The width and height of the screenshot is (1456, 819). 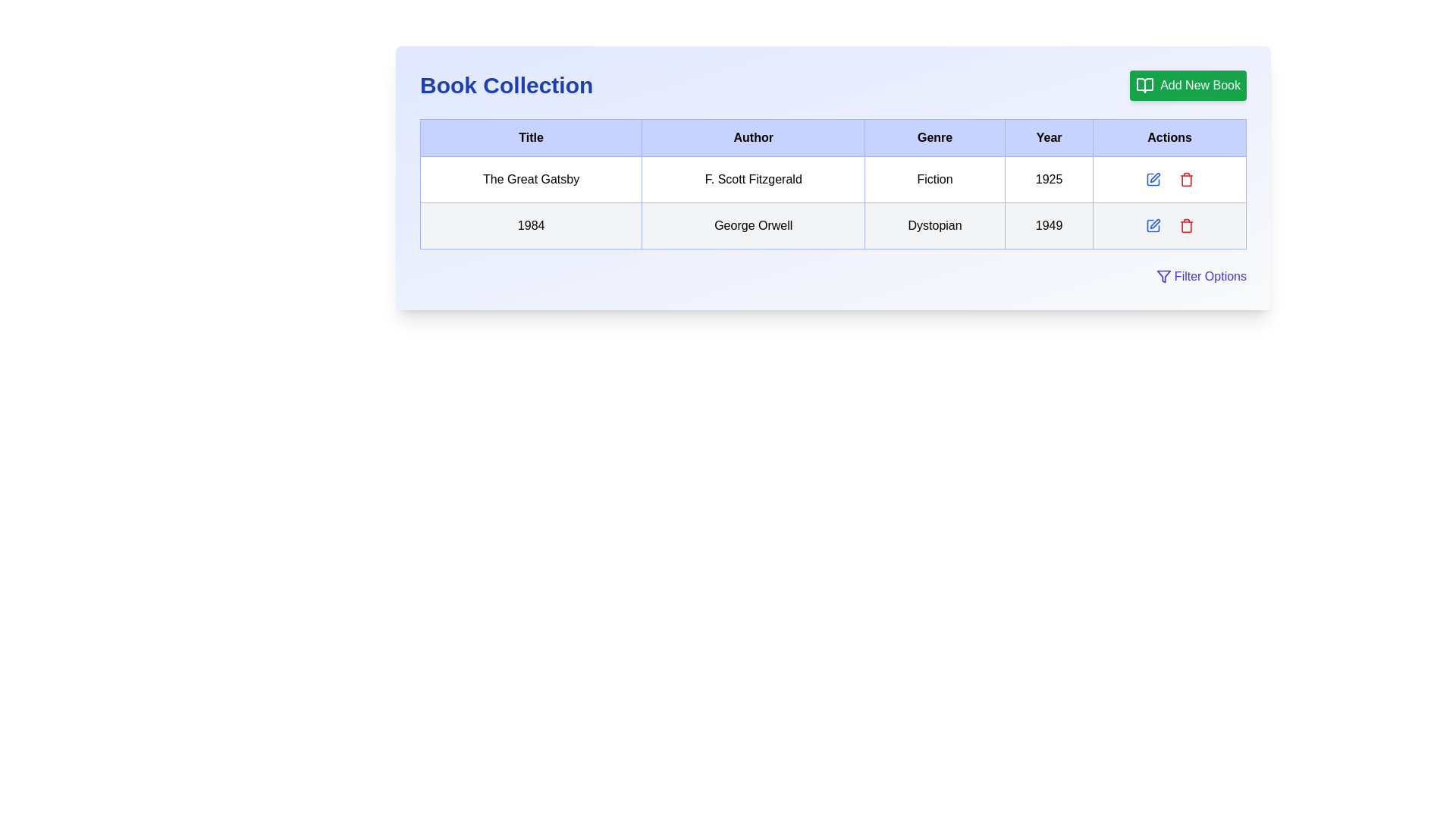 What do you see at coordinates (531, 225) in the screenshot?
I see `text displayed in the table cell showing '1984', which is located in the second row of the table under the 'Title' column` at bounding box center [531, 225].